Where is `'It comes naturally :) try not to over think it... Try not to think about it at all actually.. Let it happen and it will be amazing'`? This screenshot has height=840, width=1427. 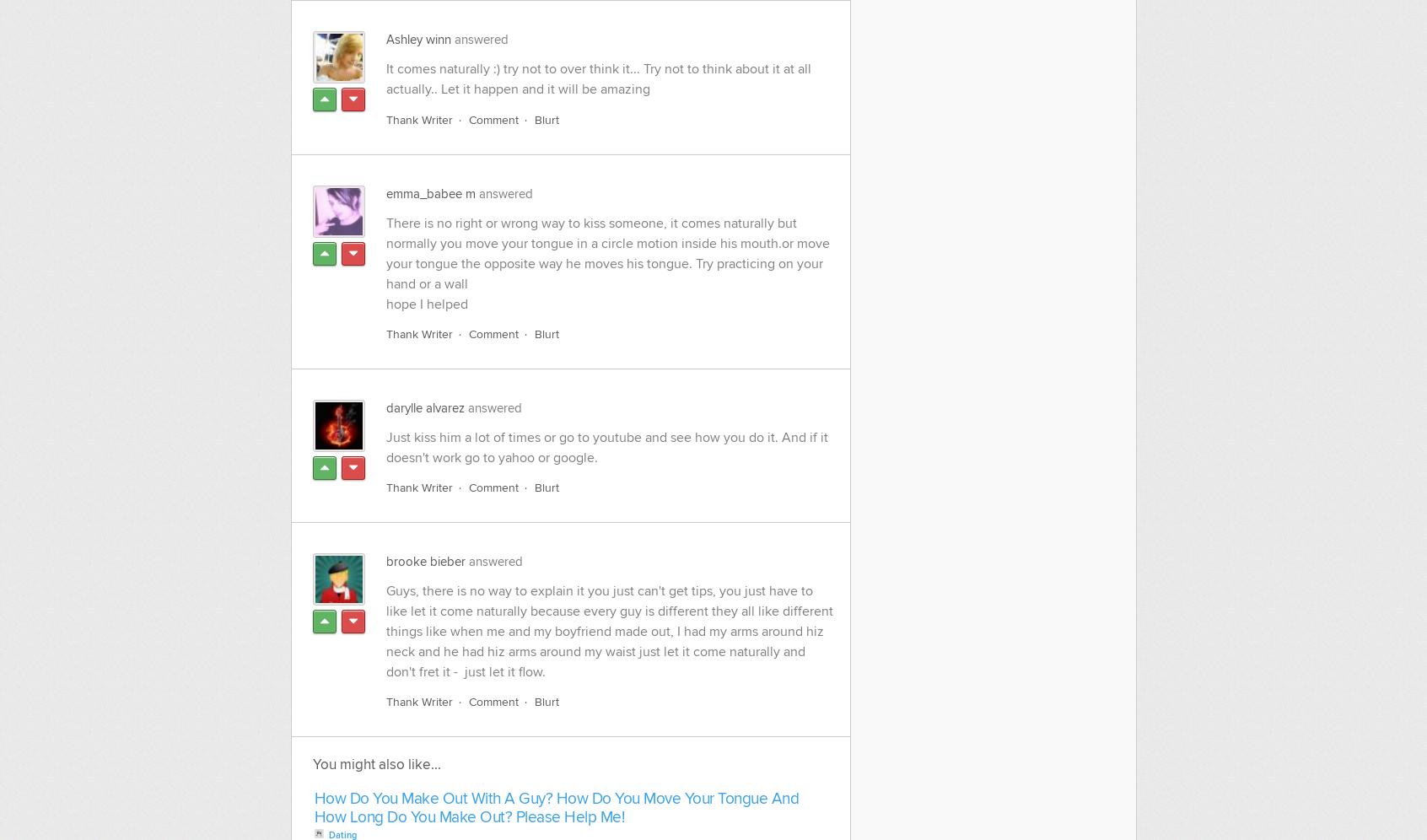
'It comes naturally :) try not to over think it... Try not to think about it at all actually.. Let it happen and it will be amazing' is located at coordinates (596, 78).